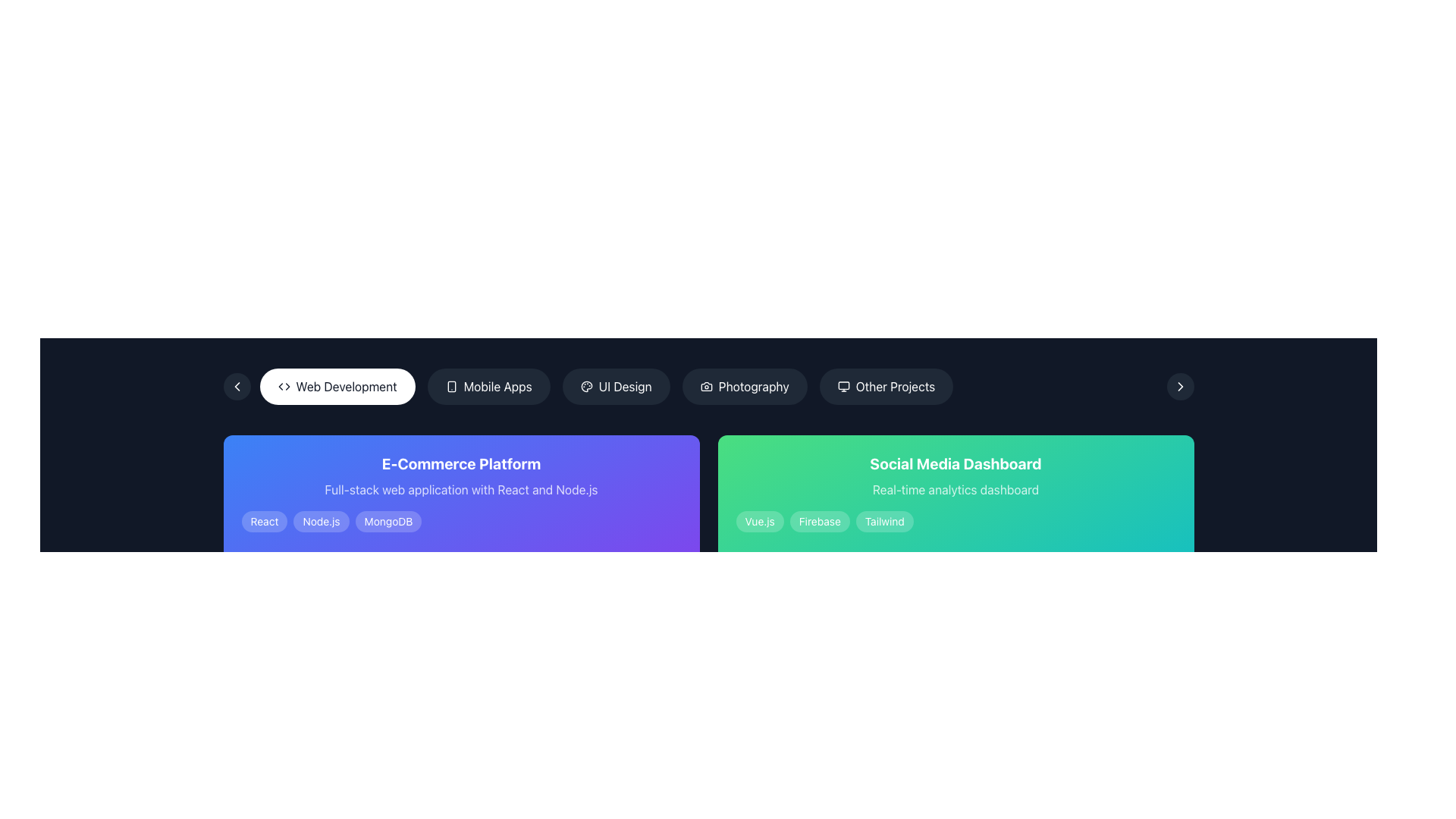  What do you see at coordinates (745, 385) in the screenshot?
I see `the 'Photography' button, which is the fourth button in a horizontal navigation list` at bounding box center [745, 385].